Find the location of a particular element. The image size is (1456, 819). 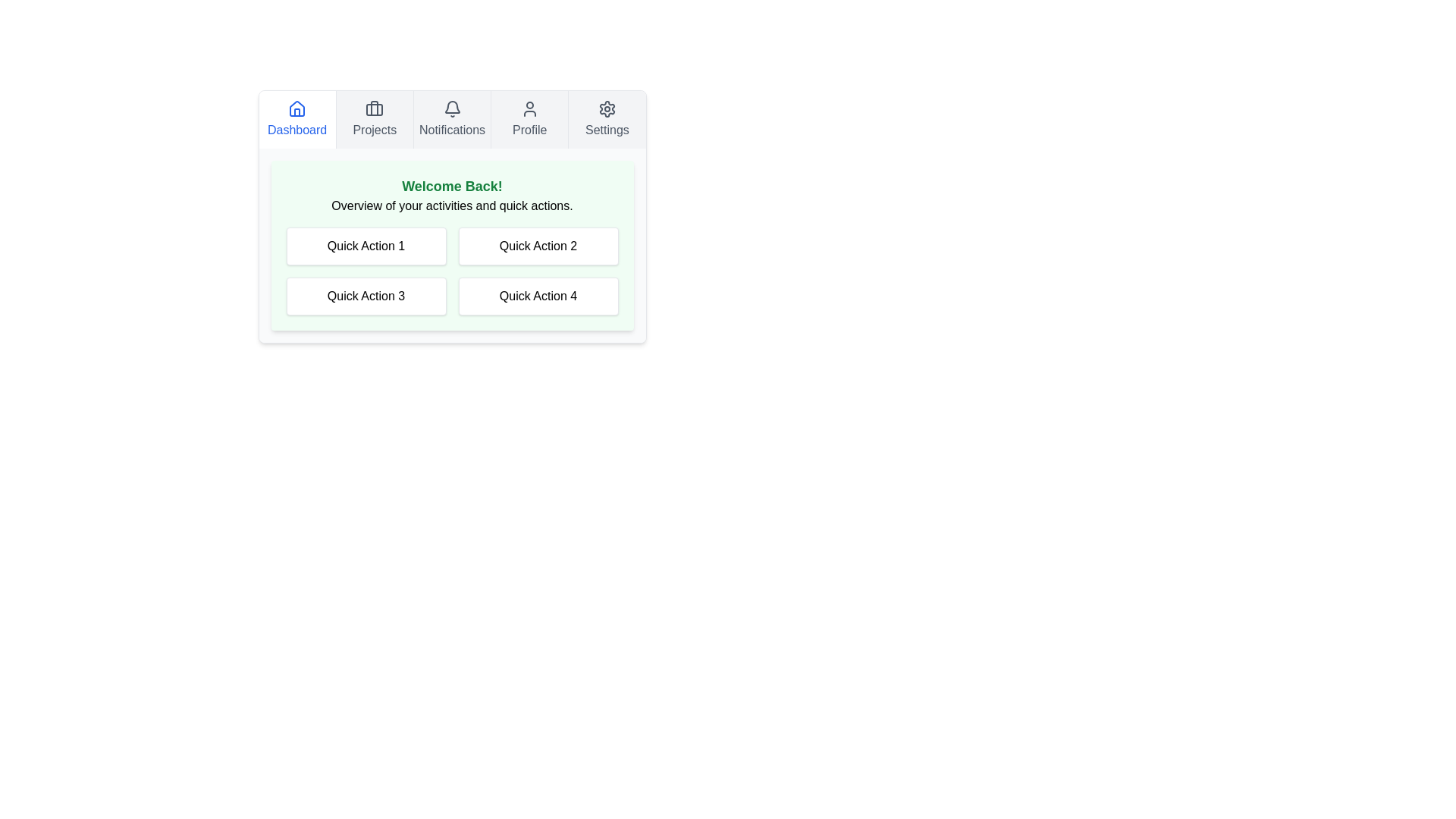

the button labeled 'Quick Action 3' located in the bottom-left cell of the 2x2 grid under the heading 'Overview of your activities and quick actions' is located at coordinates (366, 296).